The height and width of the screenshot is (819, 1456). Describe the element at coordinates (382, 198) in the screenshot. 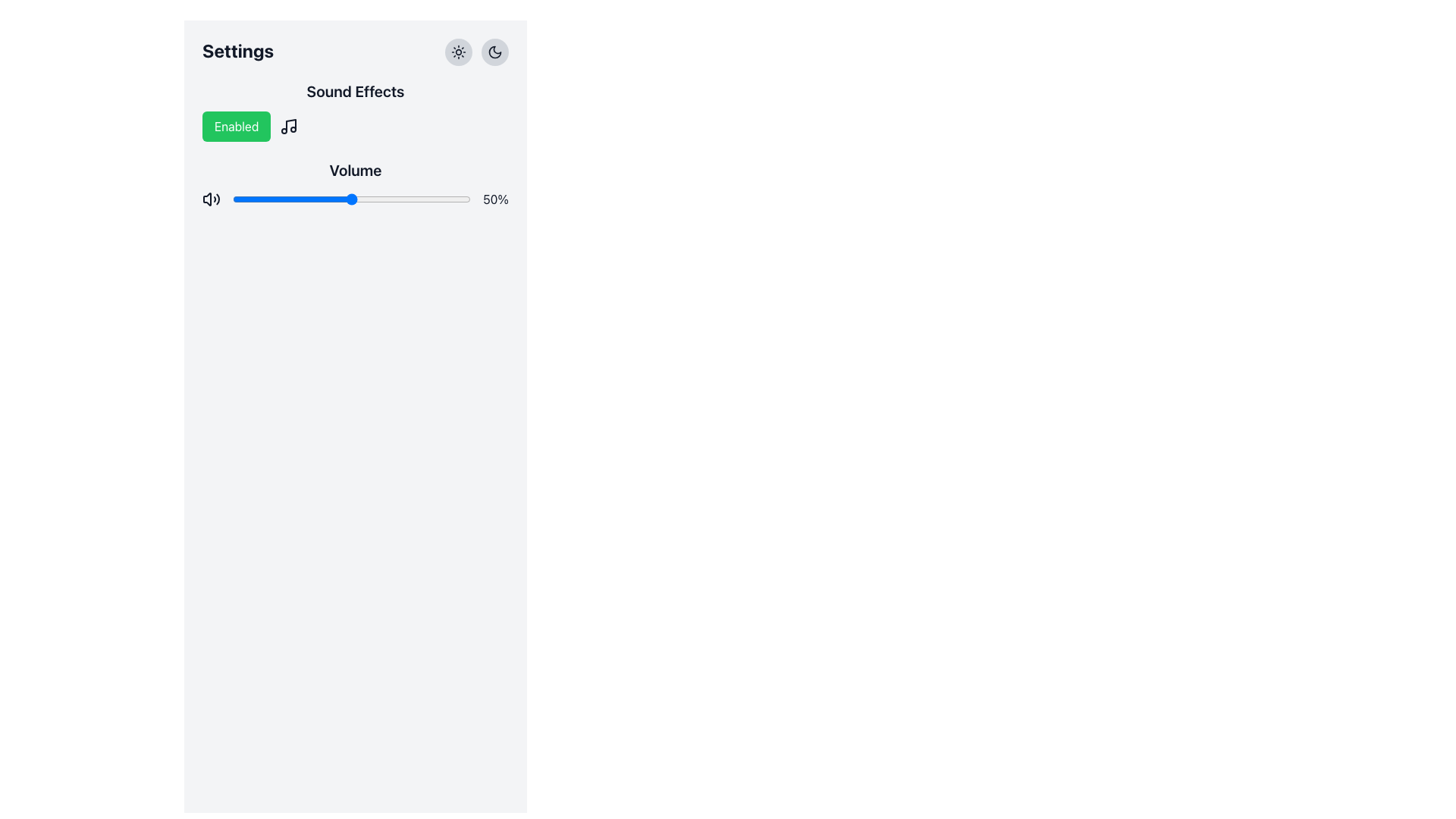

I see `the slider` at that location.